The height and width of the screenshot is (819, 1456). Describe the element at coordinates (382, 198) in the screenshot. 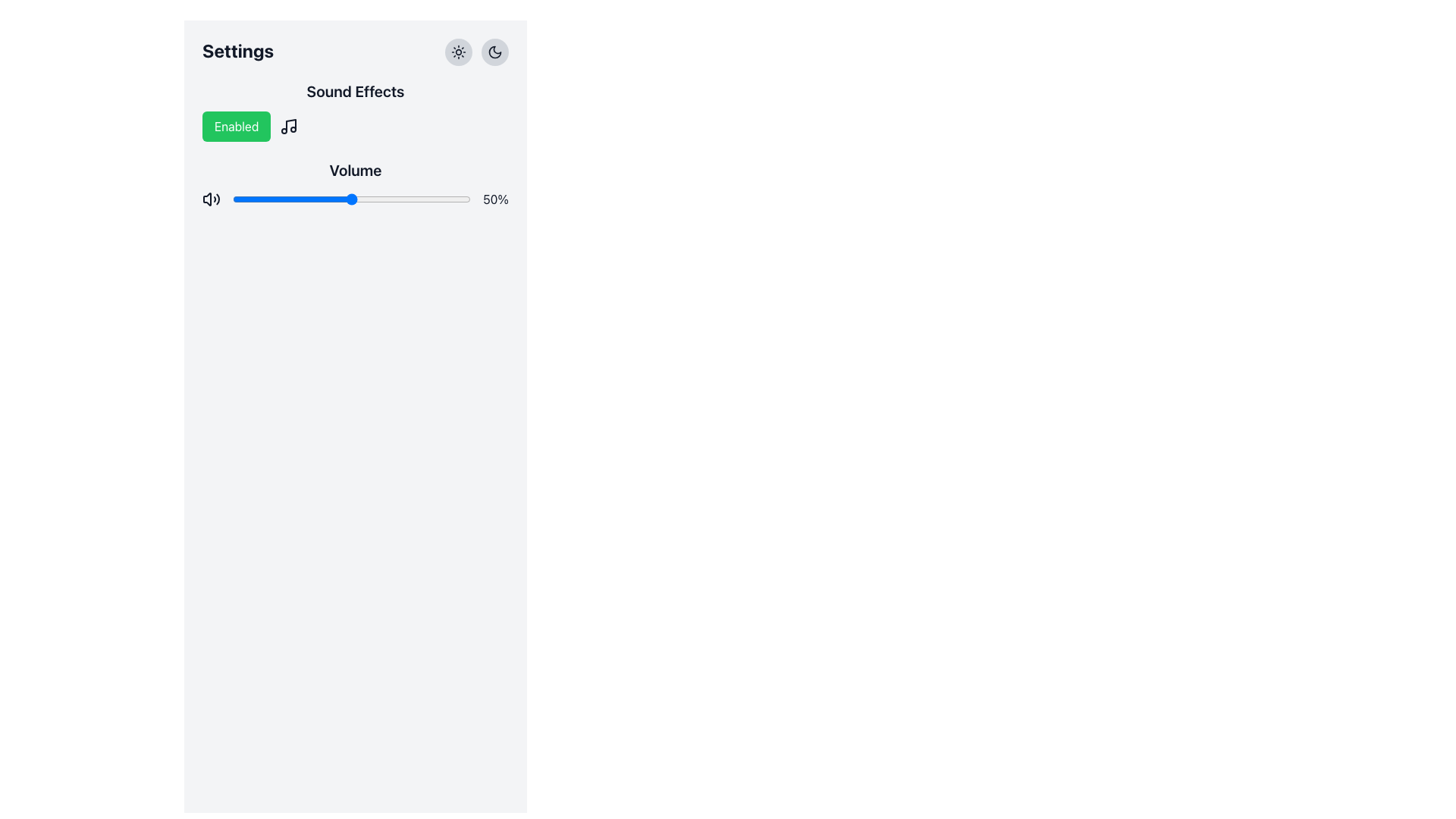

I see `the slider` at that location.